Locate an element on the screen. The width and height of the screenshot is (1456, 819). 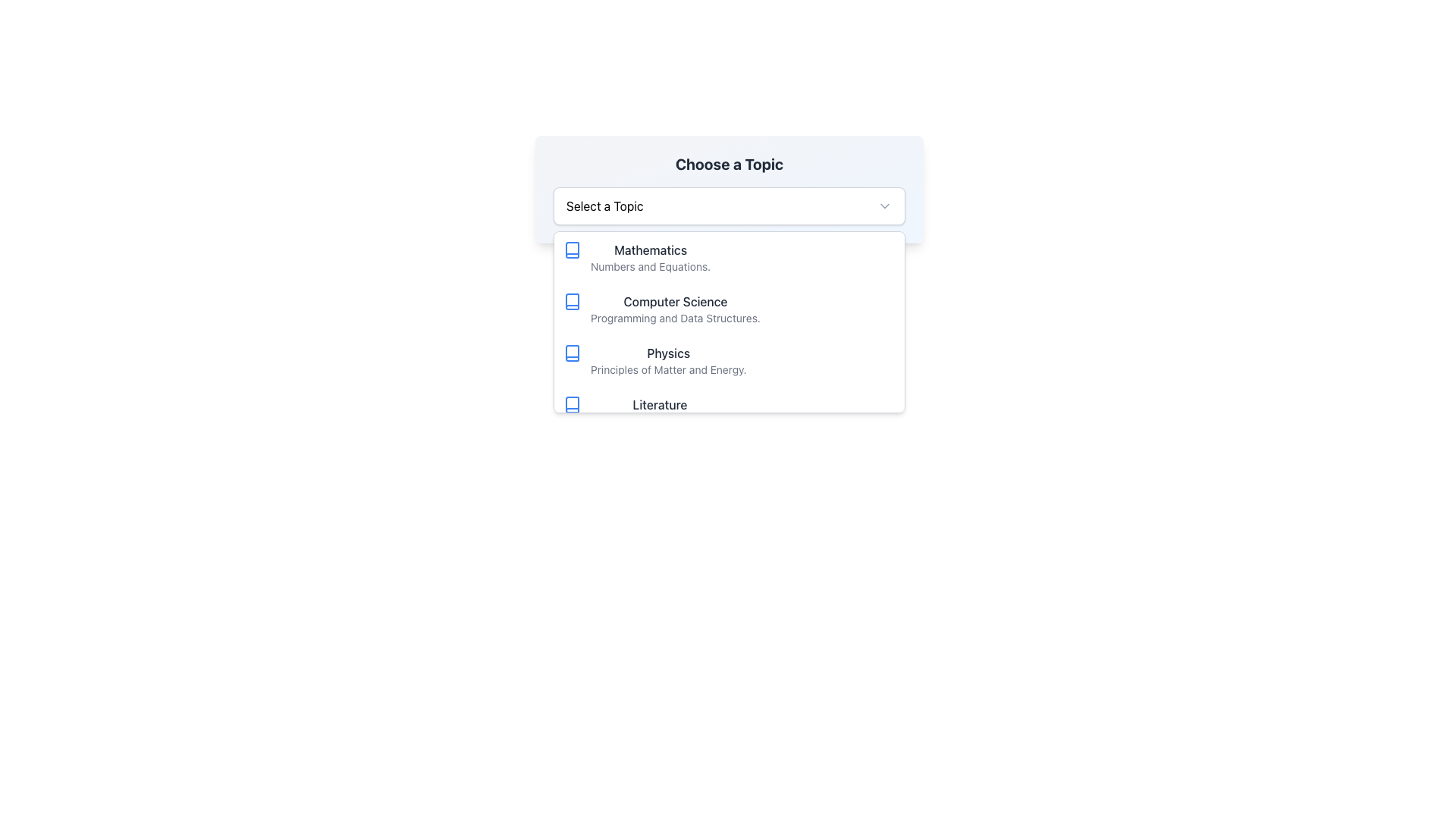
the static text label providing additional information about the 'Physics' section in the dropdown menu, which is aligned to the left margin and located directly below the 'Physics' label is located at coordinates (667, 370).